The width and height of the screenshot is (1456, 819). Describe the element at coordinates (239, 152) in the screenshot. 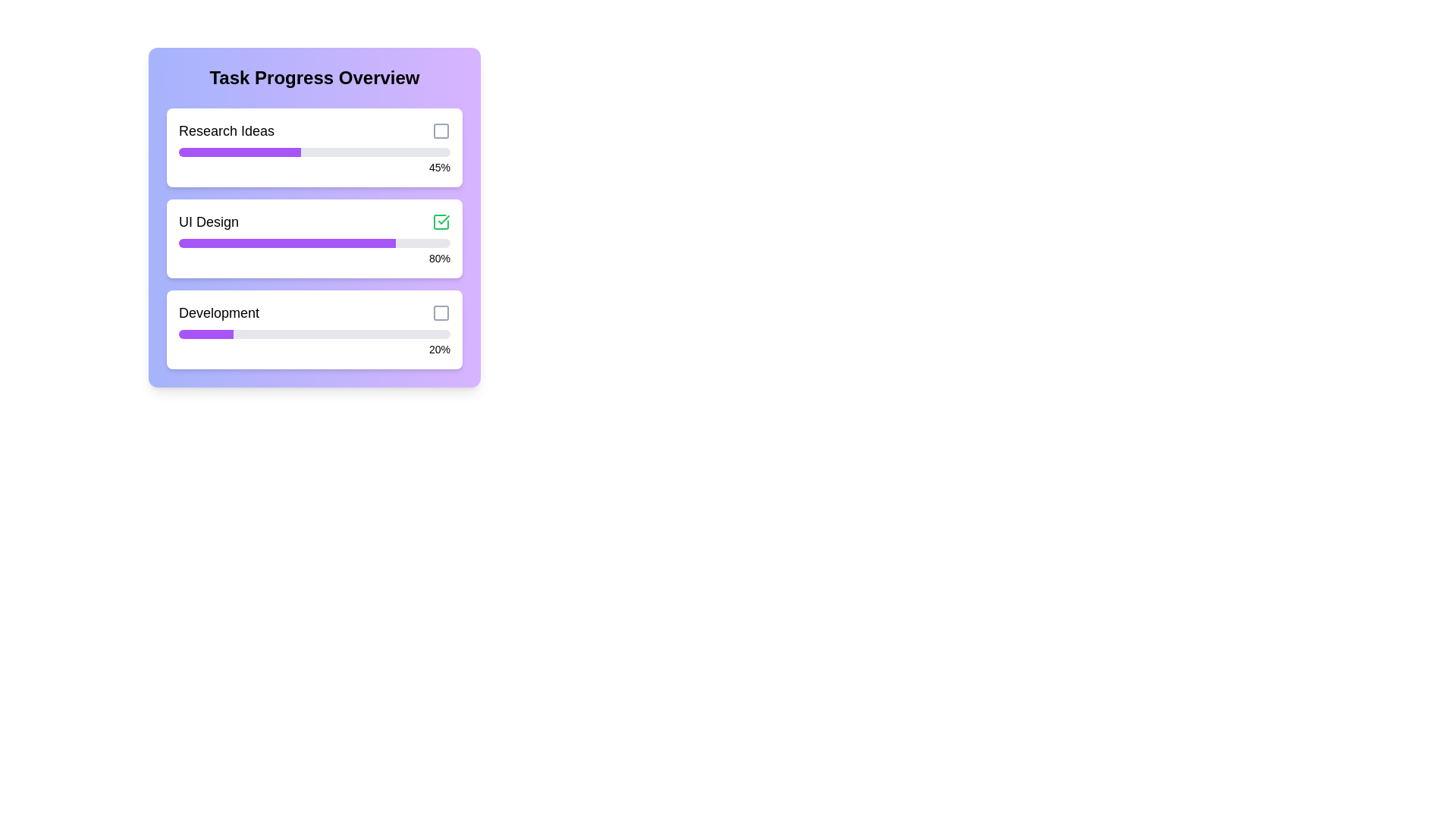

I see `the Progress indicator within the first progress bar labeled 'Research Ideas' in the 'Task Progress Overview' interface to visually check the completion percentage of the task` at that location.